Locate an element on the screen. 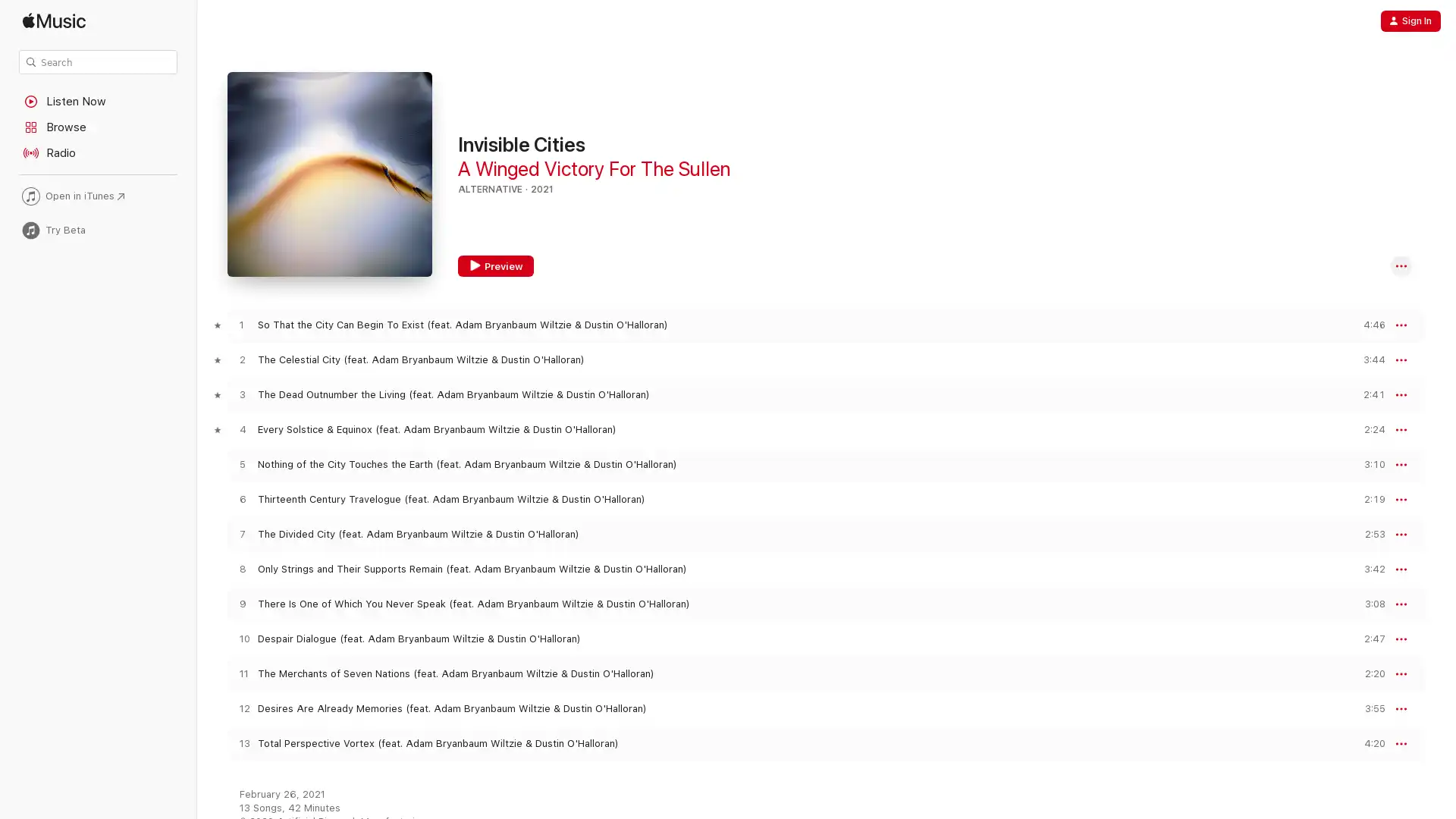  More is located at coordinates (1401, 534).